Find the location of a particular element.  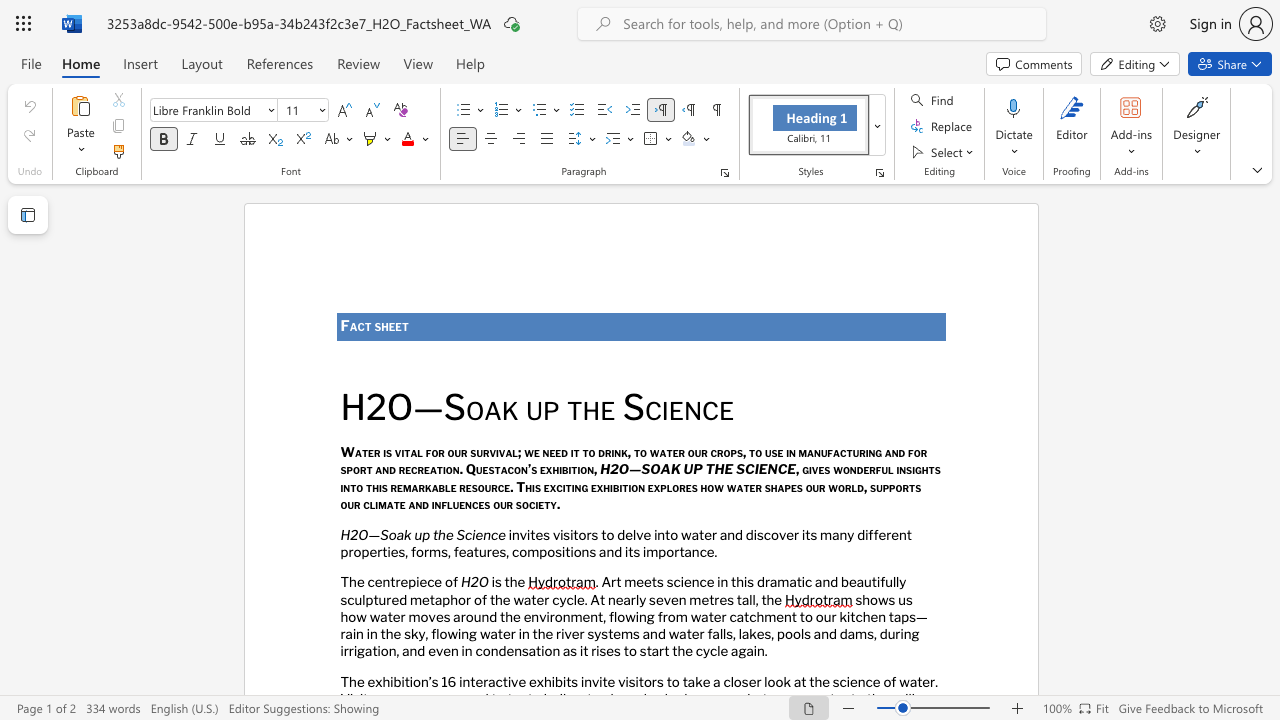

the subset text "he centrepiece of" within the text "The centrepiece of" is located at coordinates (349, 582).